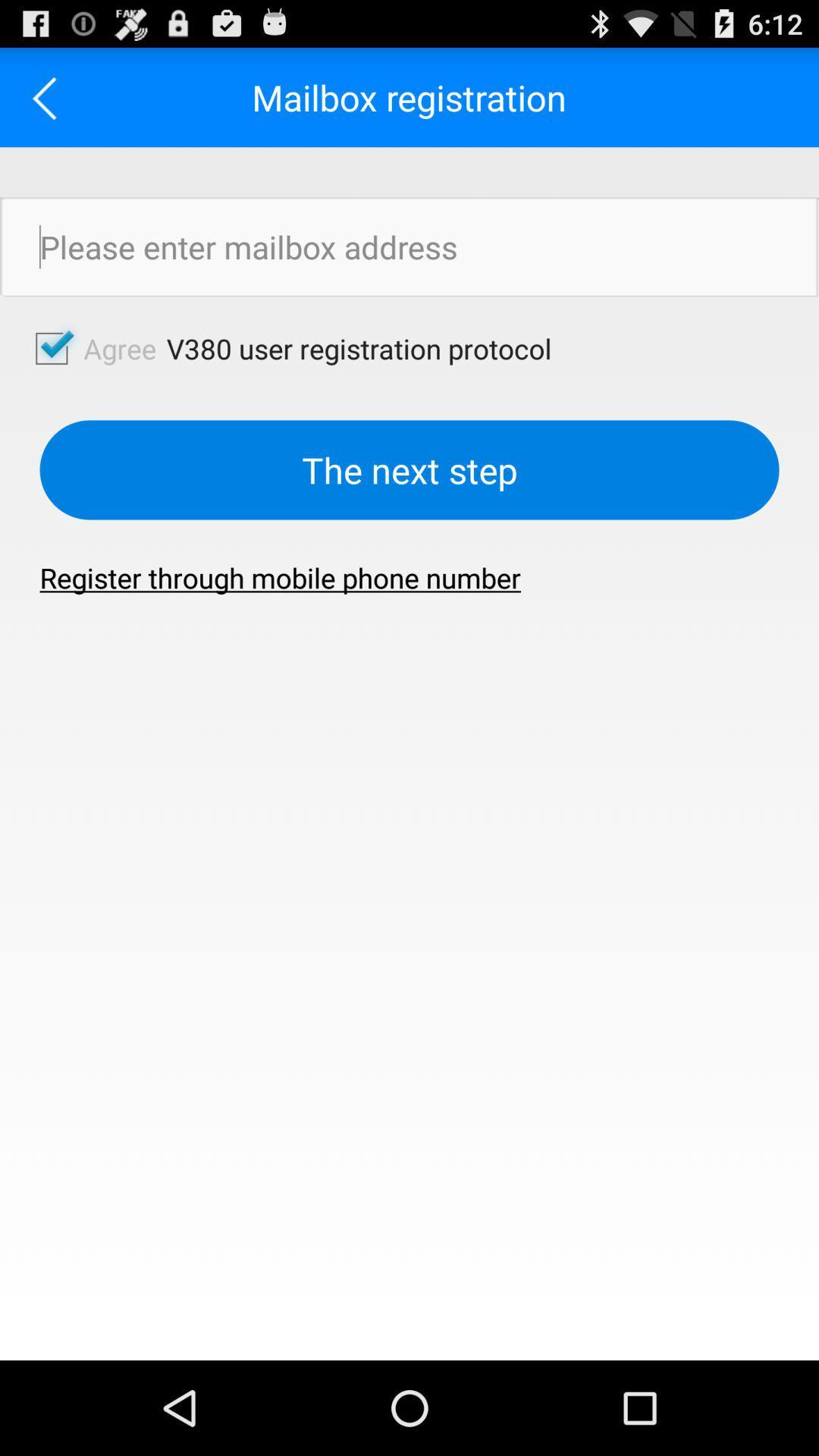 This screenshot has height=1456, width=819. Describe the element at coordinates (51, 347) in the screenshot. I see `agree button` at that location.